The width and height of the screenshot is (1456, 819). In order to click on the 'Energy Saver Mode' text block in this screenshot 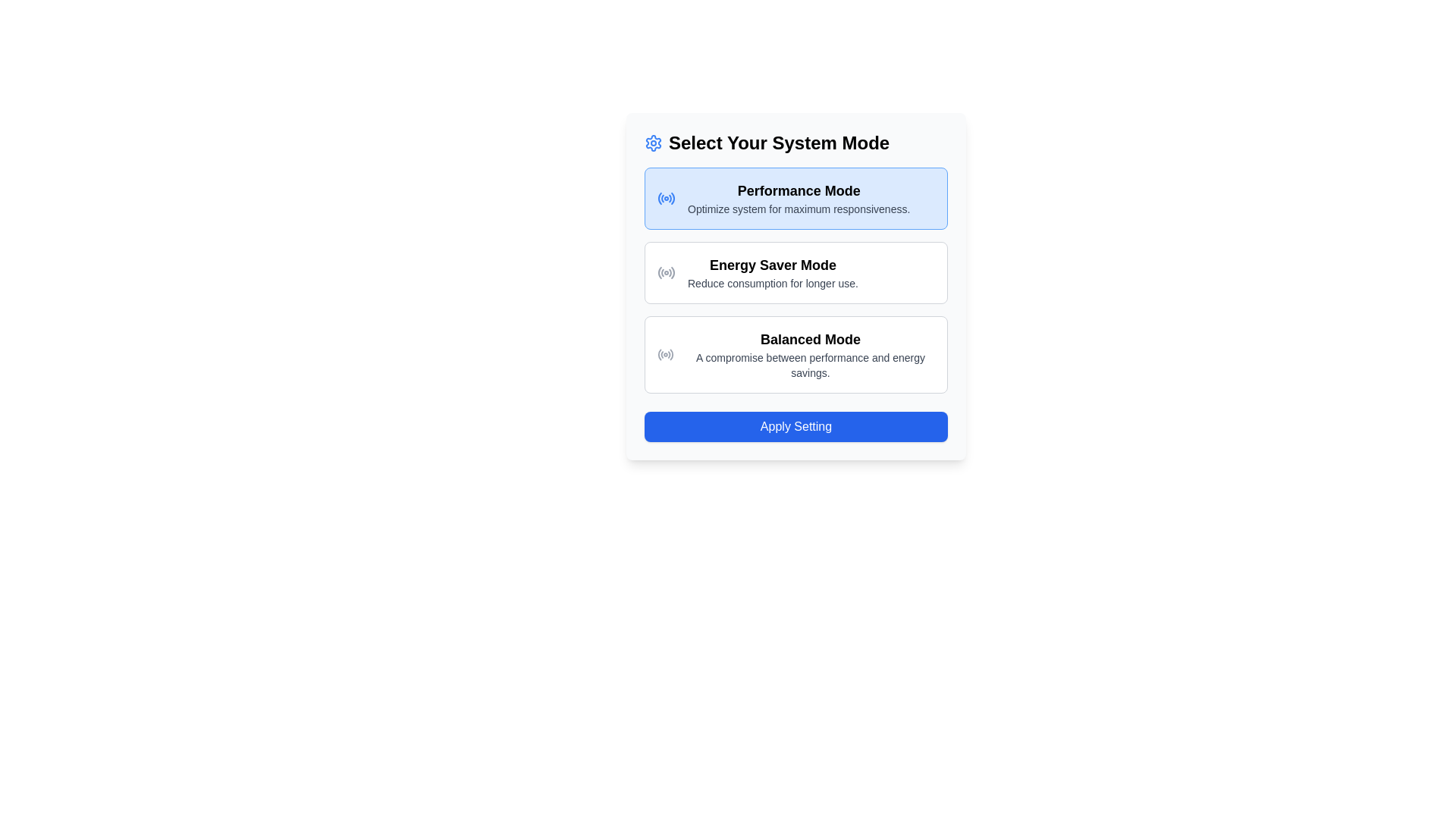, I will do `click(773, 271)`.